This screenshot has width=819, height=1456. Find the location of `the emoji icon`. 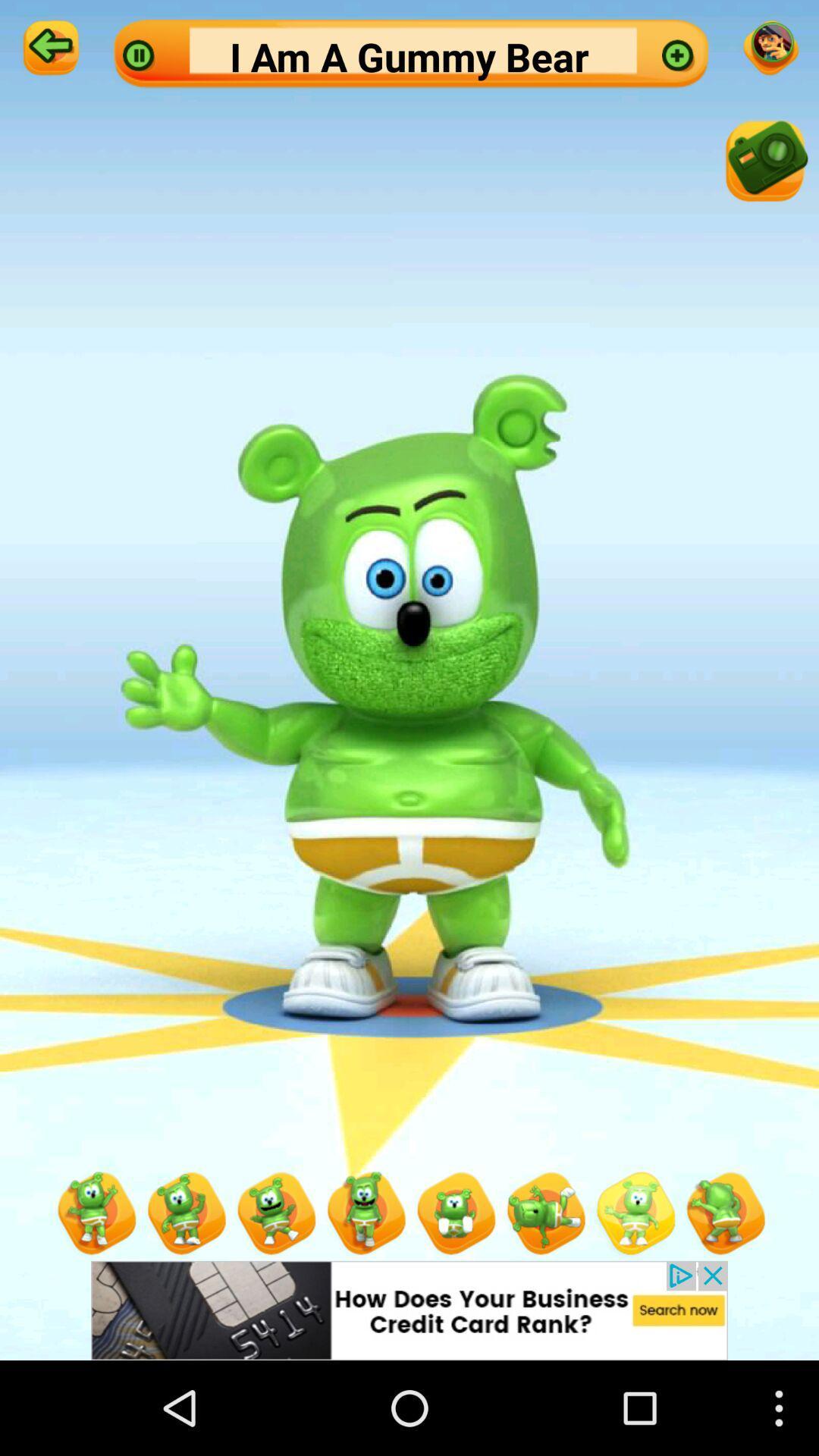

the emoji icon is located at coordinates (769, 53).